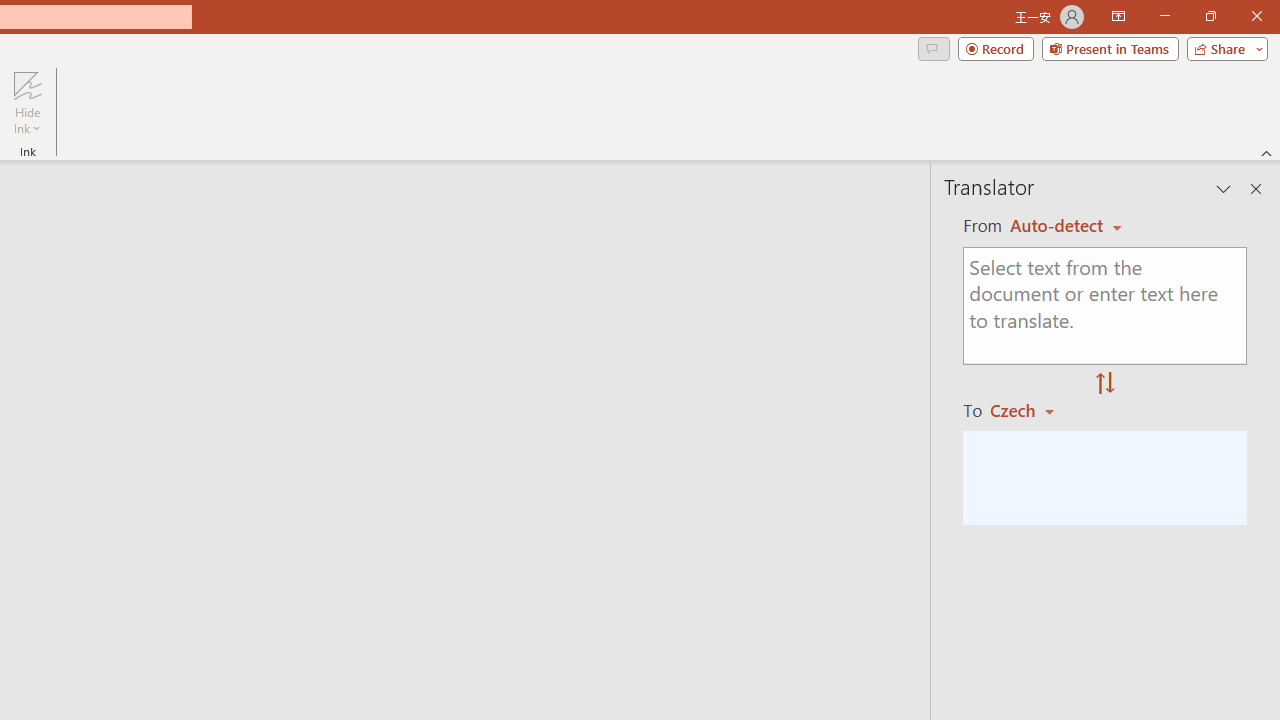  What do you see at coordinates (1031, 409) in the screenshot?
I see `'Czech'` at bounding box center [1031, 409].